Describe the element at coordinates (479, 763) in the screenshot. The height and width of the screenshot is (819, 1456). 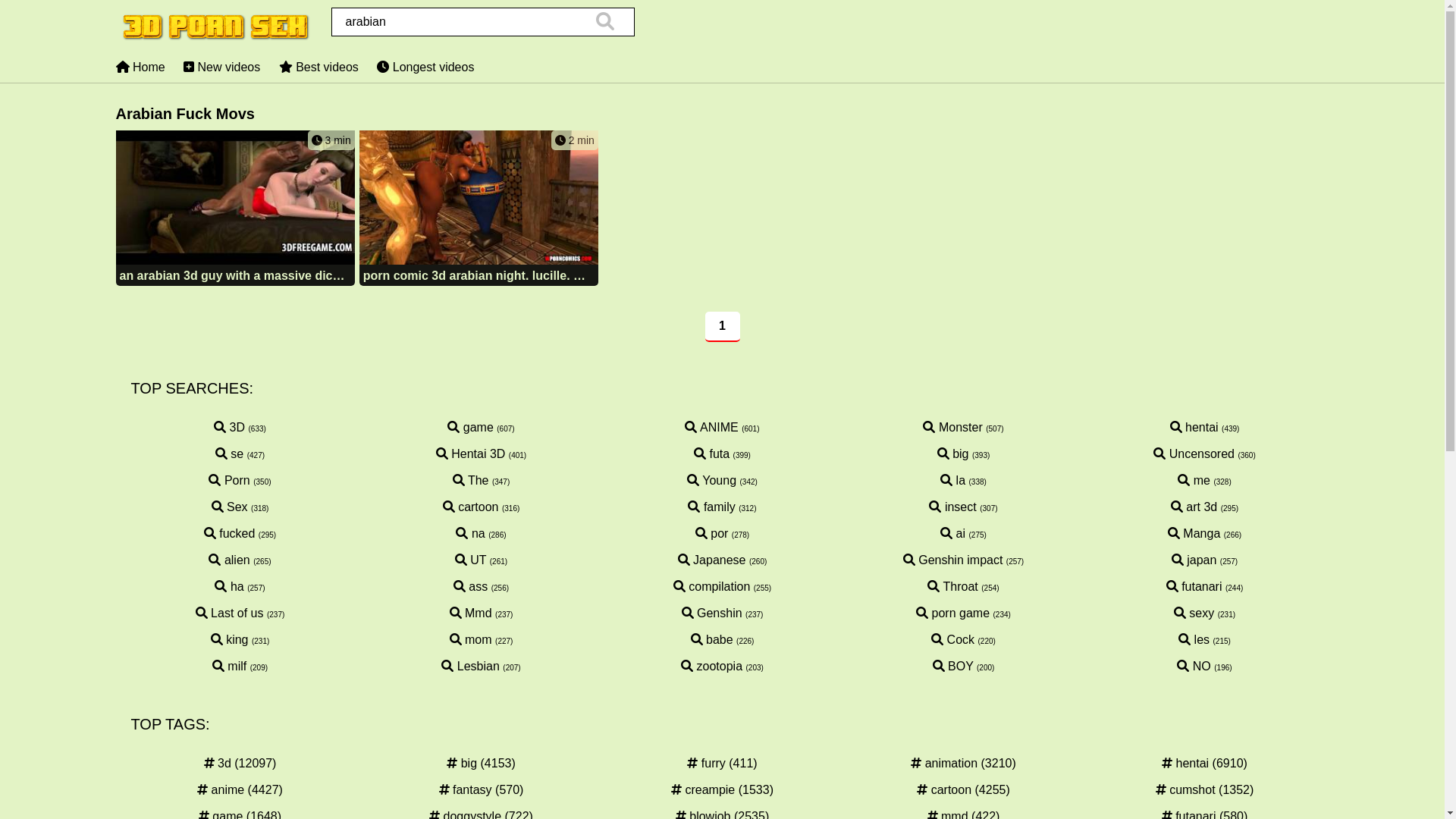
I see `'big (4153)'` at that location.